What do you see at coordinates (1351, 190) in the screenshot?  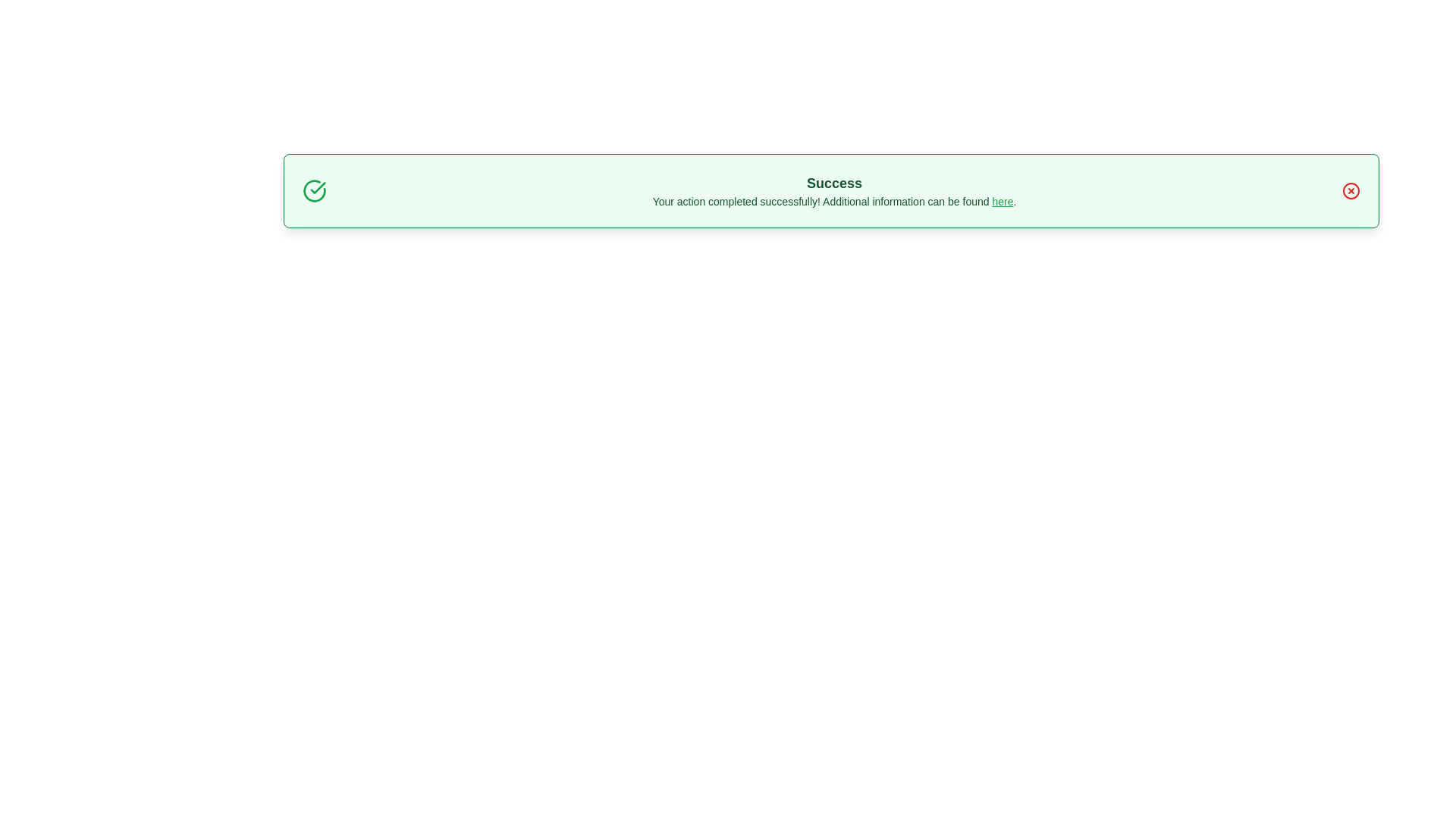 I see `close button to dismiss the notification` at bounding box center [1351, 190].